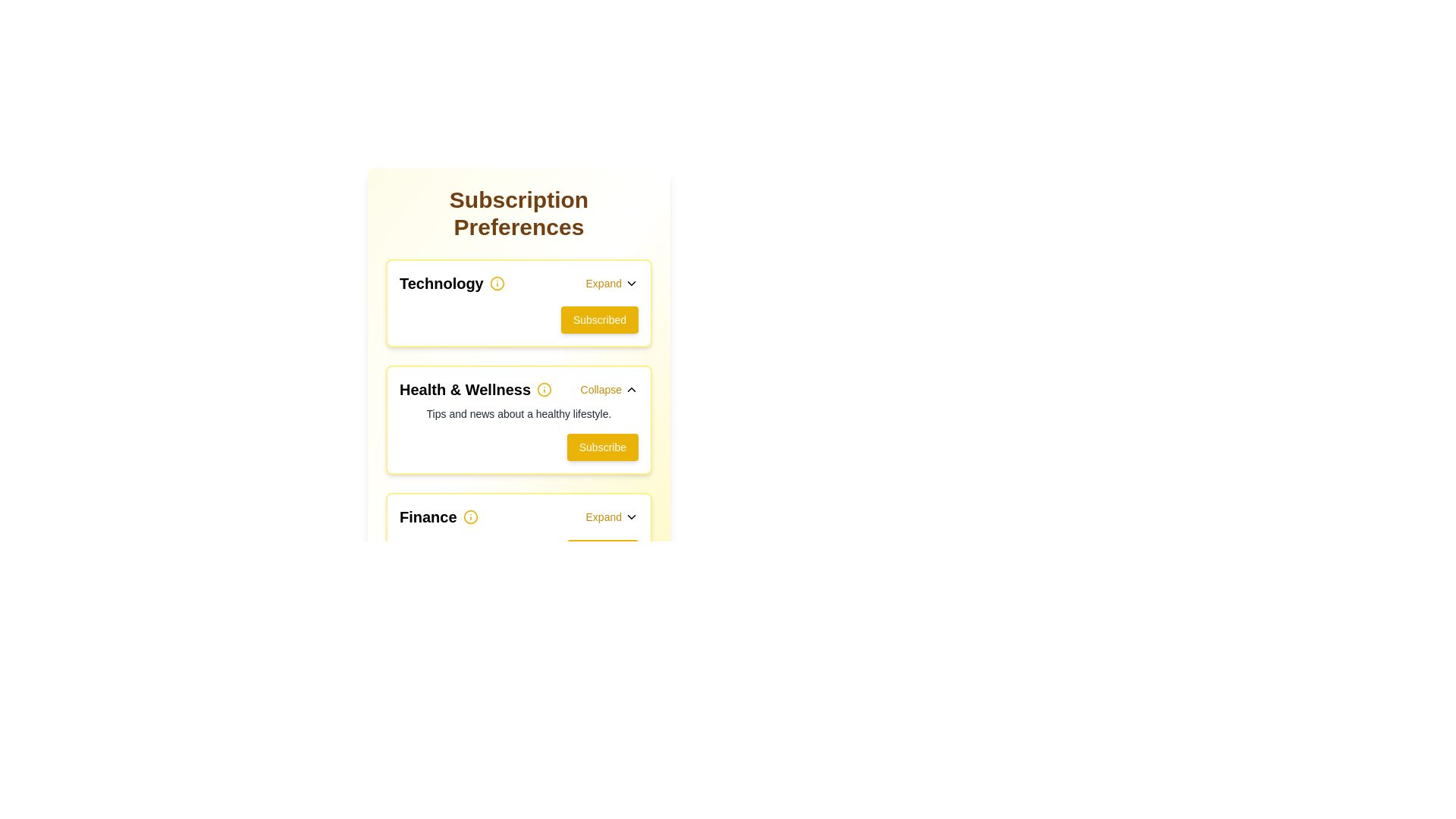 This screenshot has width=1456, height=819. Describe the element at coordinates (464, 388) in the screenshot. I see `the 'Health & Wellness' text label located within the subscription preference card` at that location.